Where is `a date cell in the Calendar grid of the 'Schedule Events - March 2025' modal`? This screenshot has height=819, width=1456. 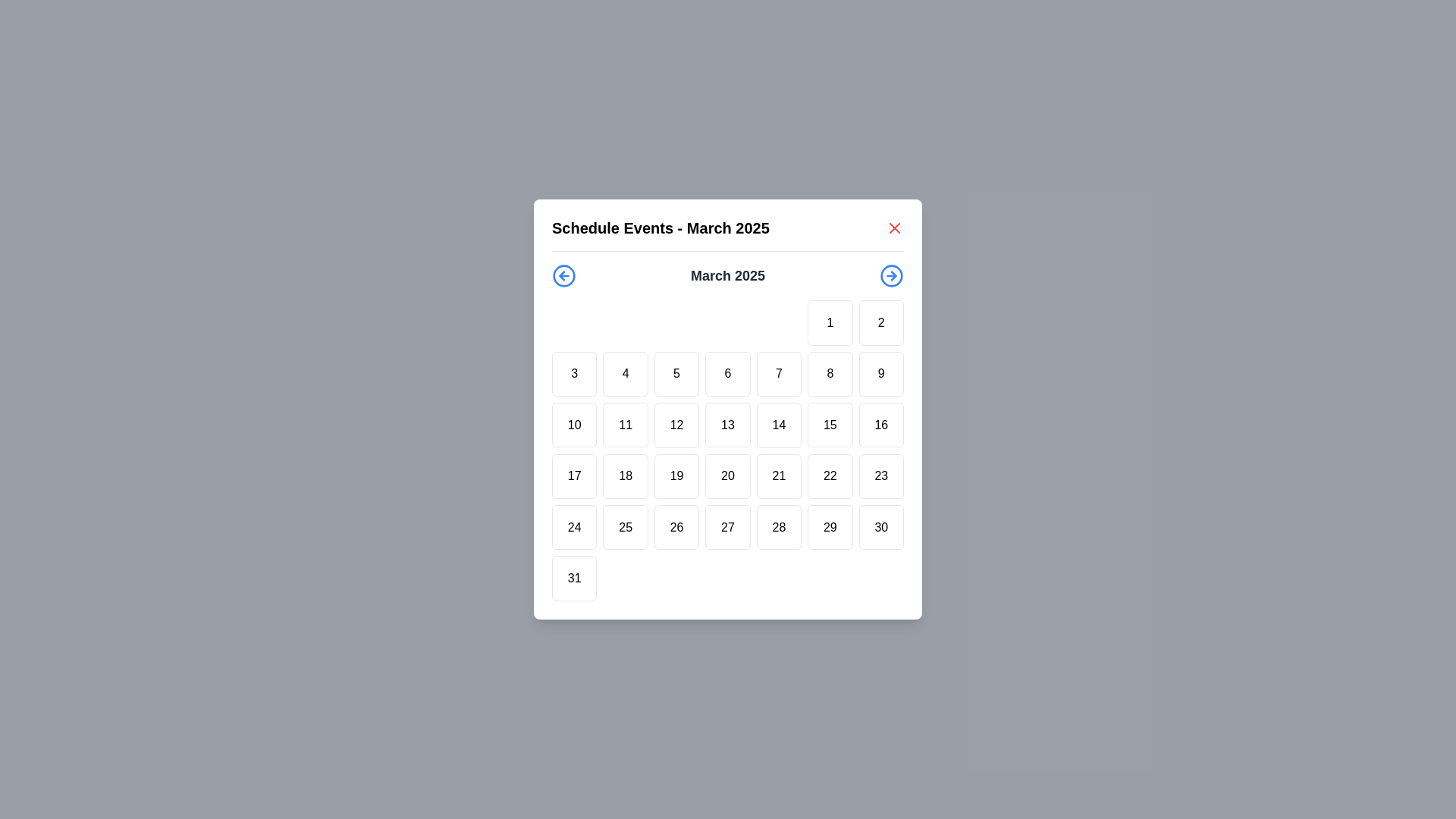
a date cell in the Calendar grid of the 'Schedule Events - March 2025' modal is located at coordinates (728, 450).